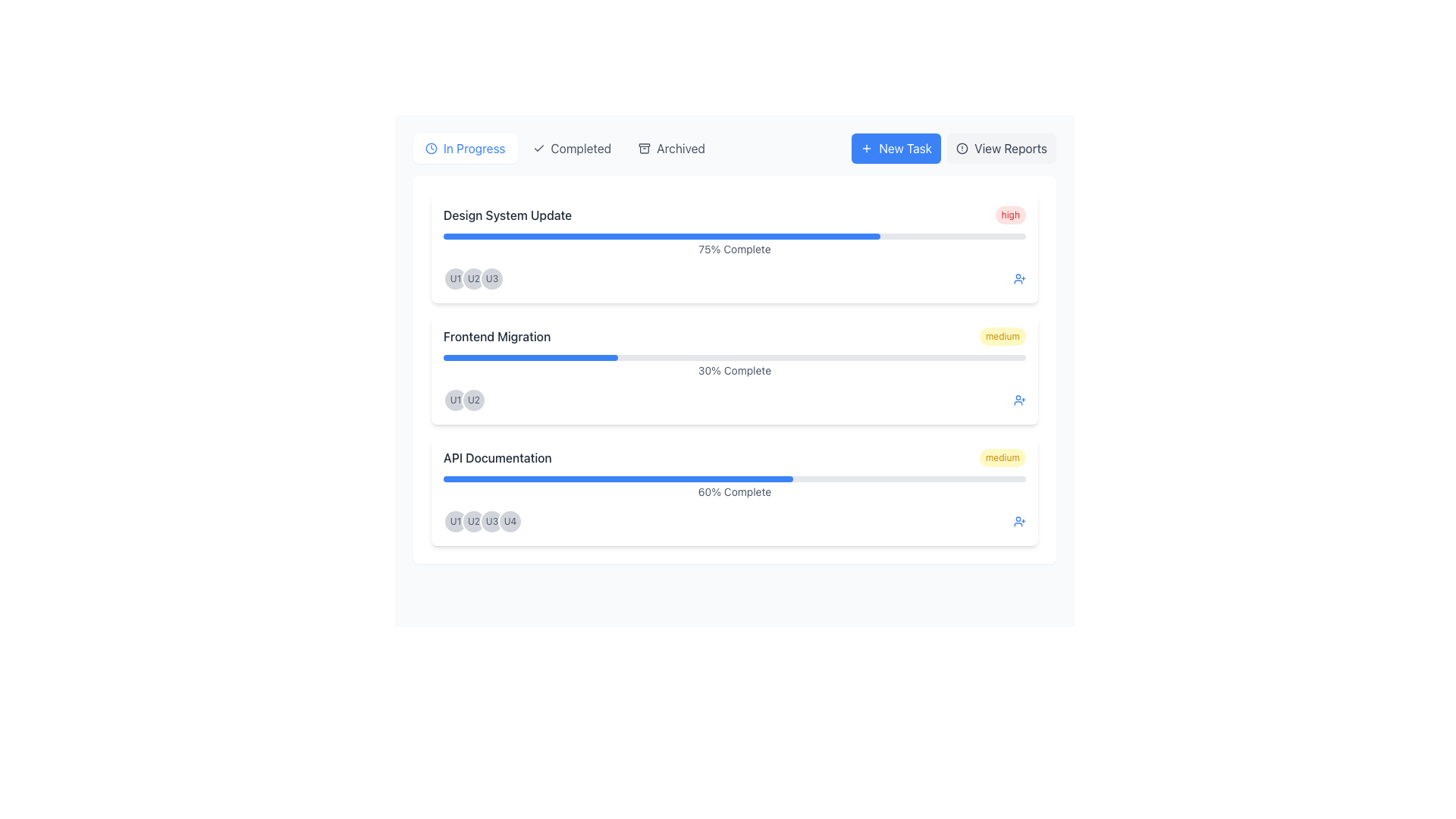  What do you see at coordinates (671, 149) in the screenshot?
I see `the 'Archived' button, which is the third button in a horizontal group` at bounding box center [671, 149].